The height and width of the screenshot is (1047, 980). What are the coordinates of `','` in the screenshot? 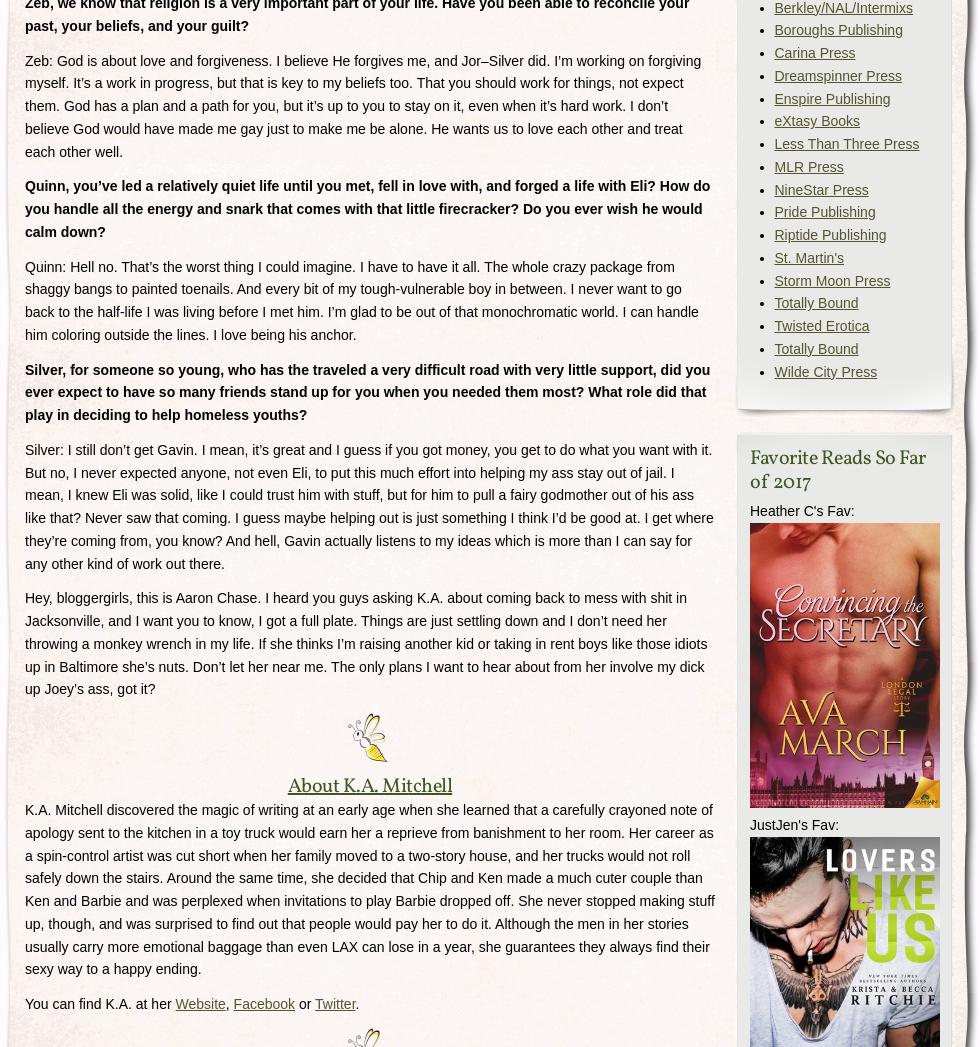 It's located at (225, 1003).